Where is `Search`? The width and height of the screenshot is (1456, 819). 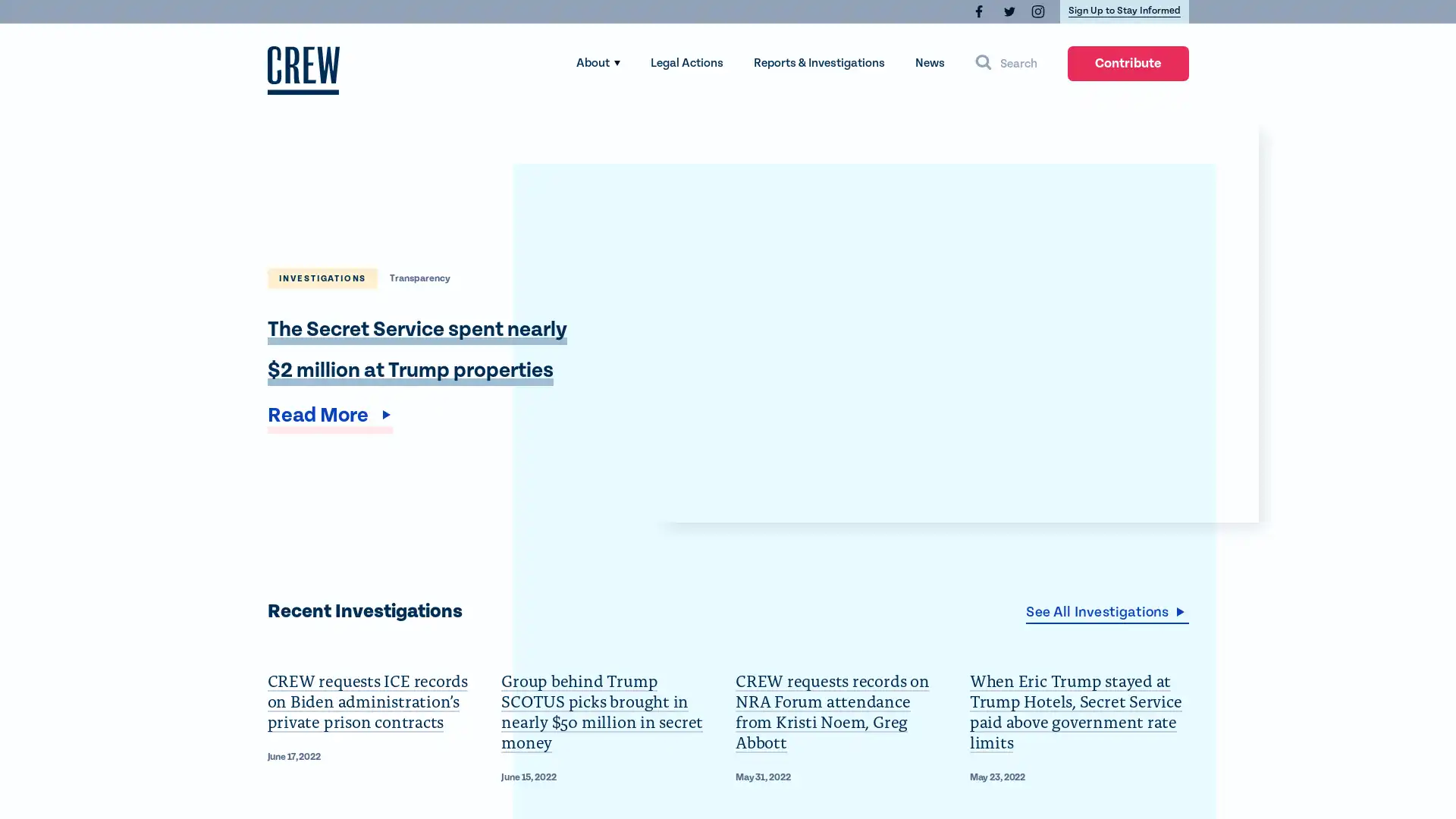 Search is located at coordinates (1006, 63).